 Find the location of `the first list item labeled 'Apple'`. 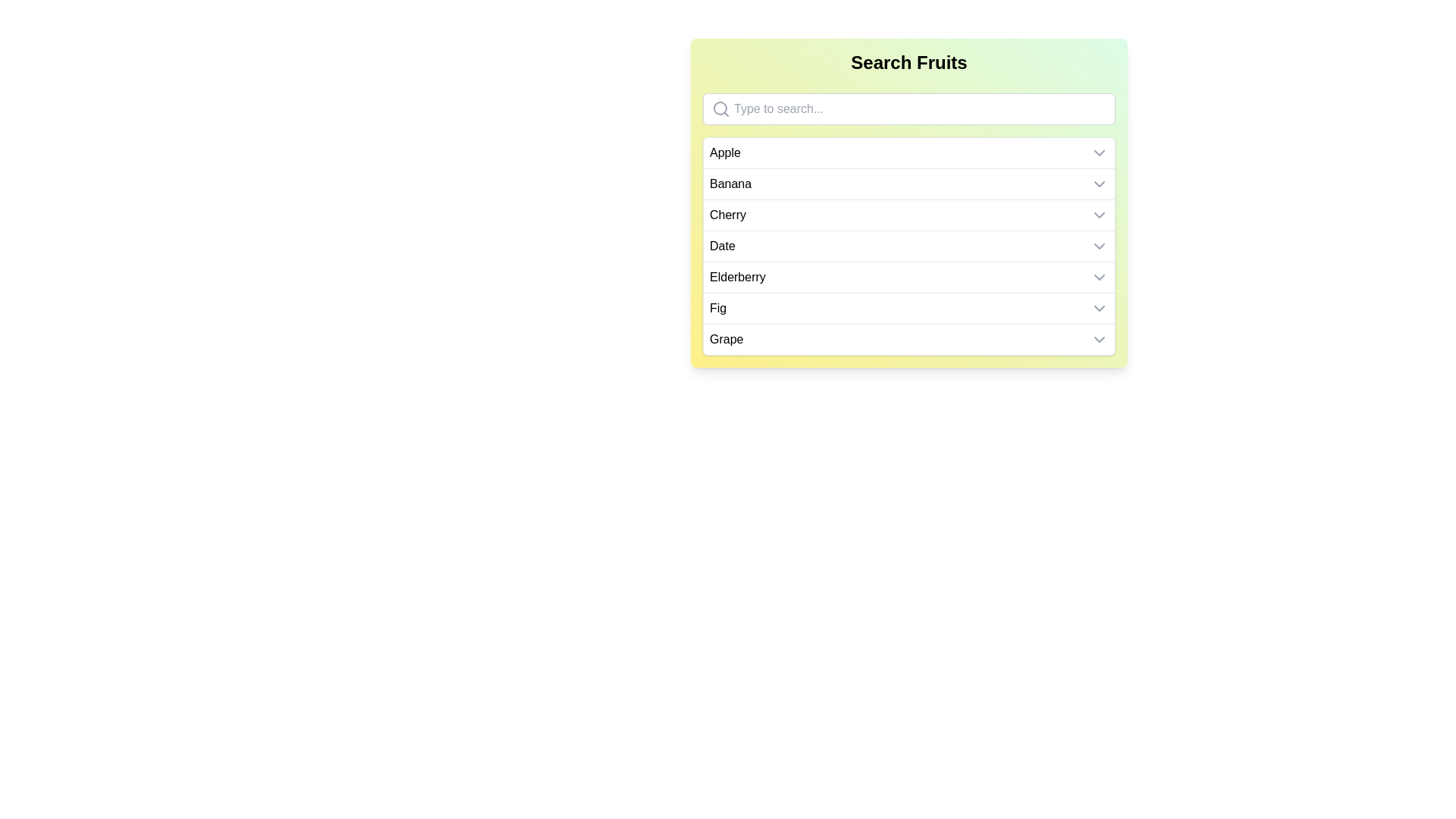

the first list item labeled 'Apple' is located at coordinates (909, 152).